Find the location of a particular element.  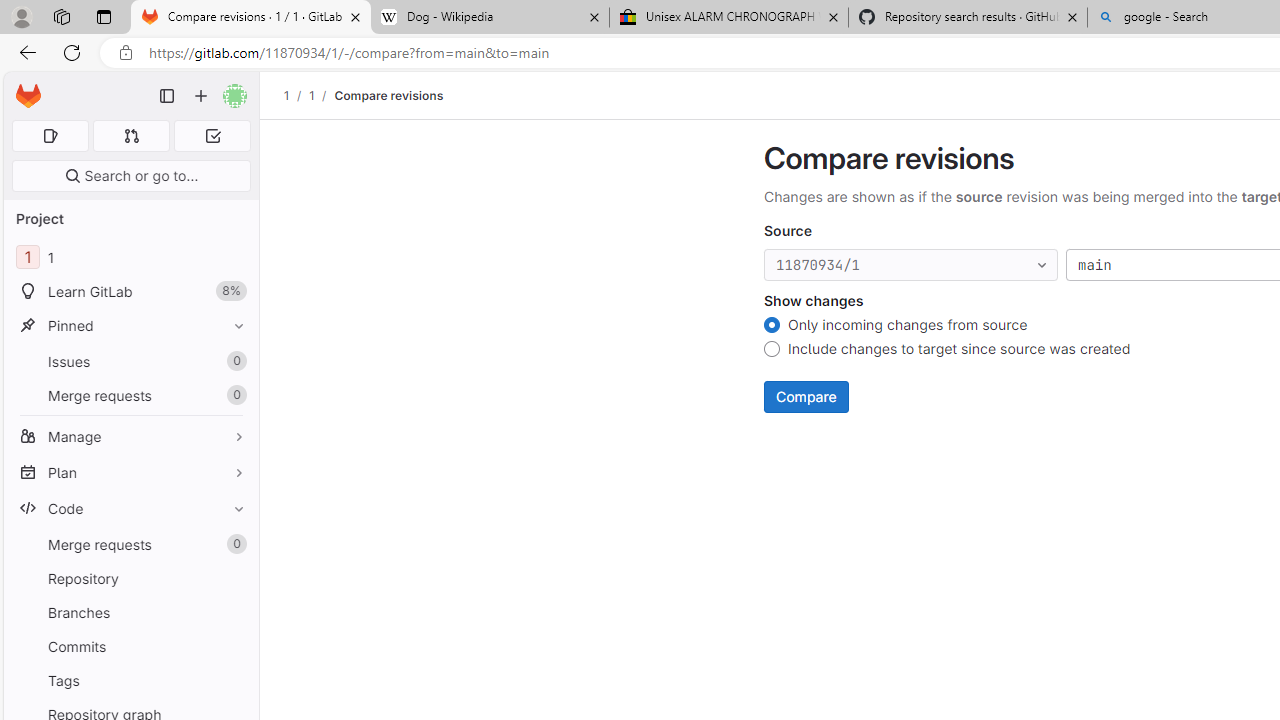

'Branches' is located at coordinates (130, 611).